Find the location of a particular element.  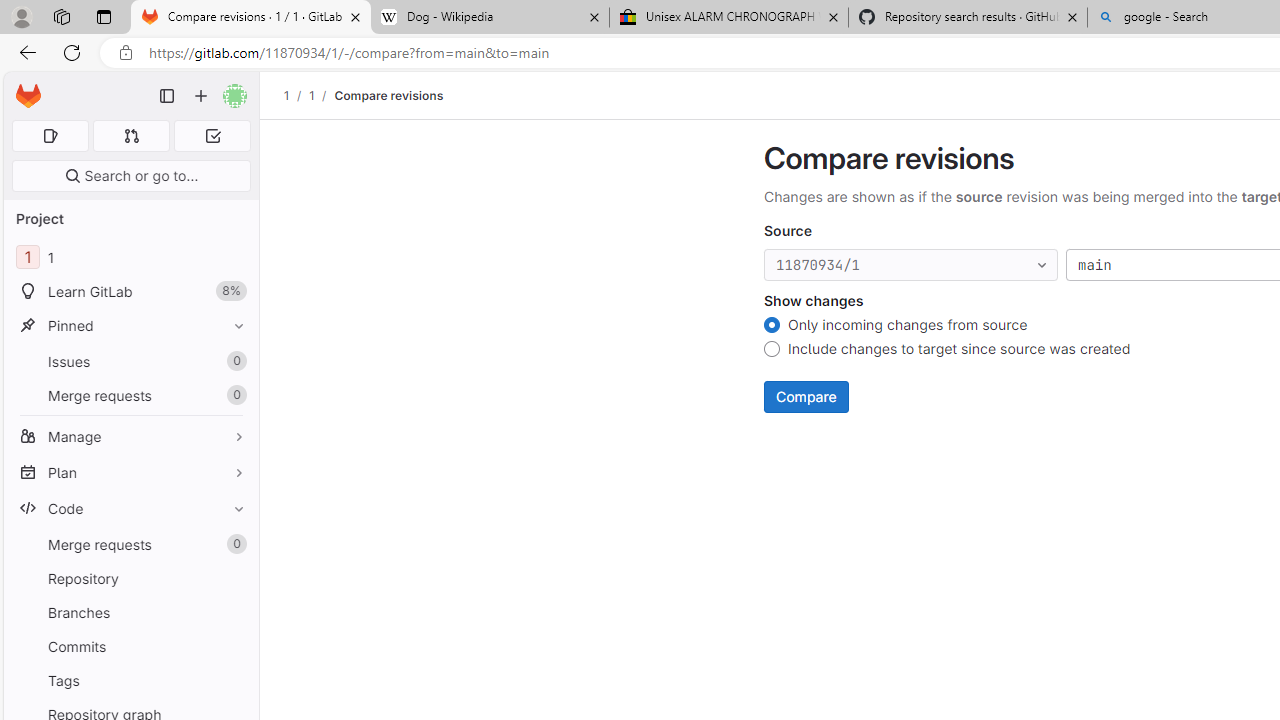

'Branches' is located at coordinates (130, 611).